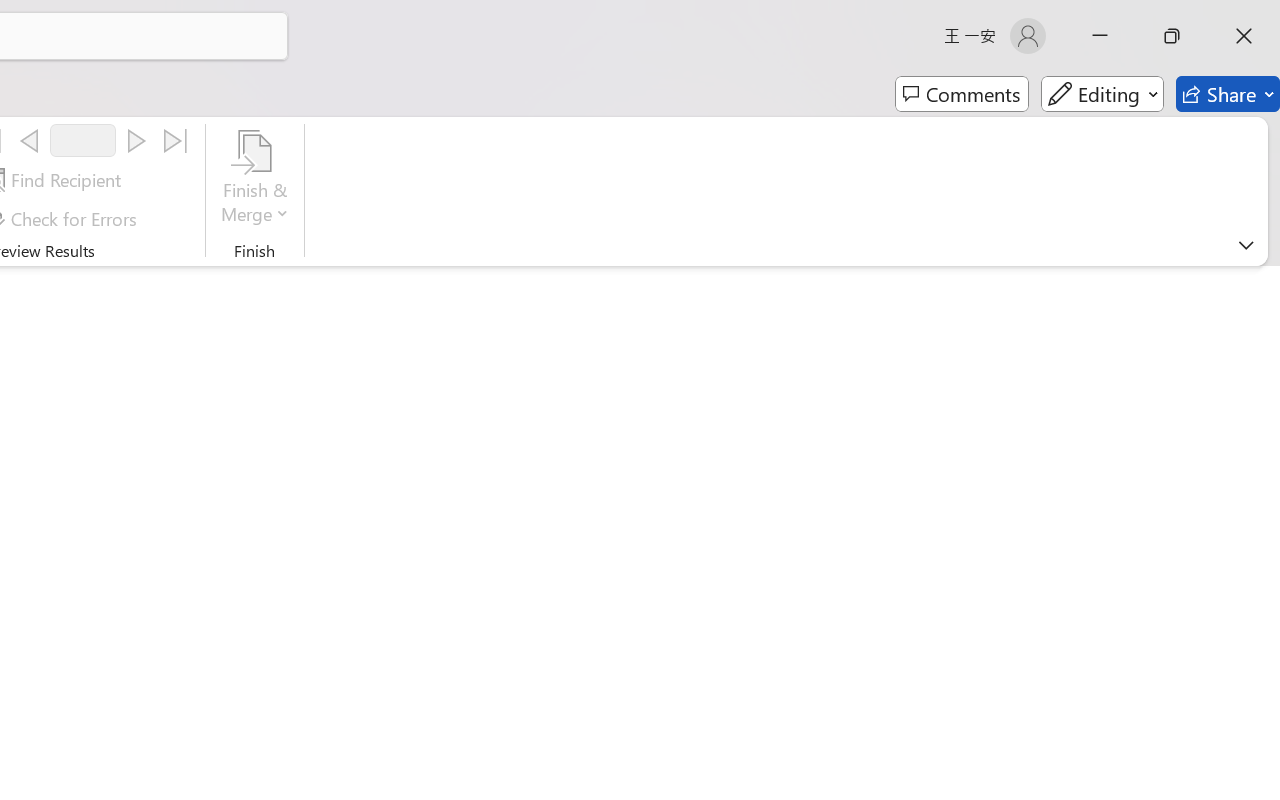  Describe the element at coordinates (29, 141) in the screenshot. I see `'Previous'` at that location.